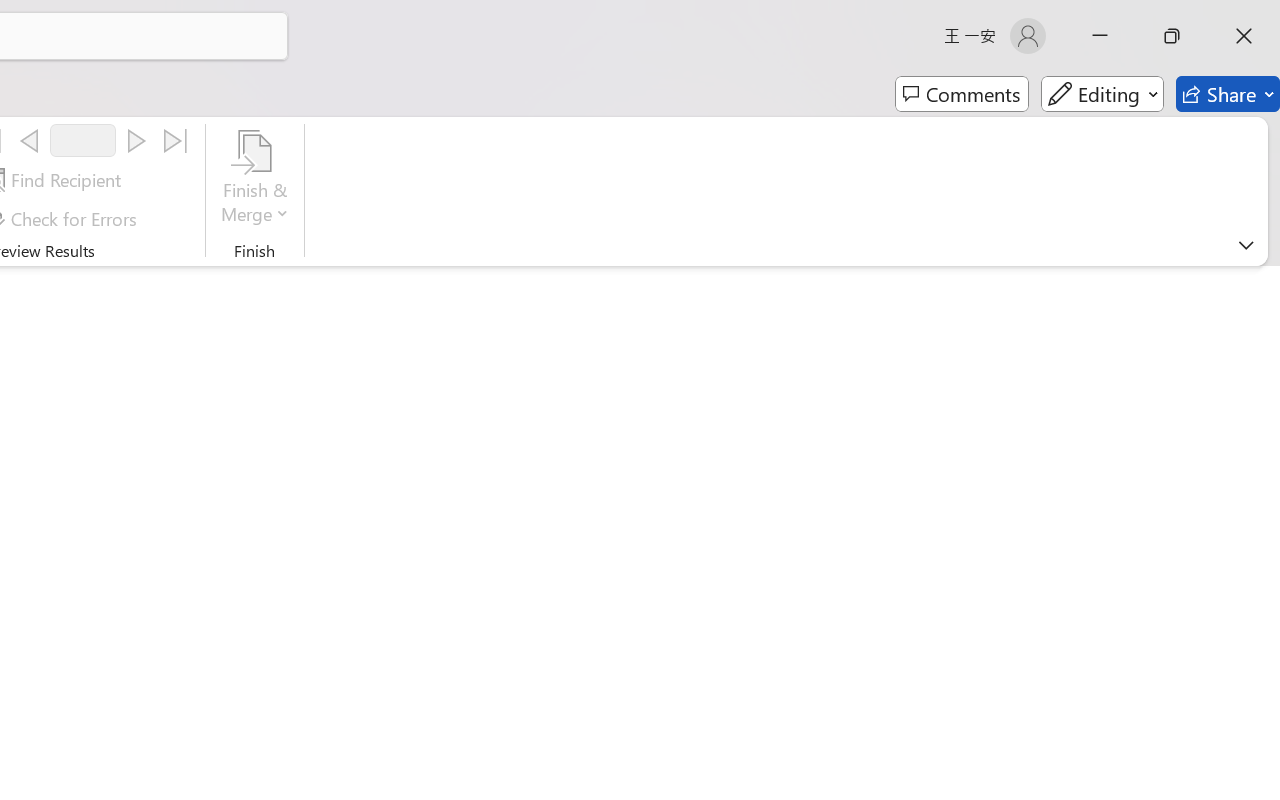  Describe the element at coordinates (29, 141) in the screenshot. I see `'Previous'` at that location.